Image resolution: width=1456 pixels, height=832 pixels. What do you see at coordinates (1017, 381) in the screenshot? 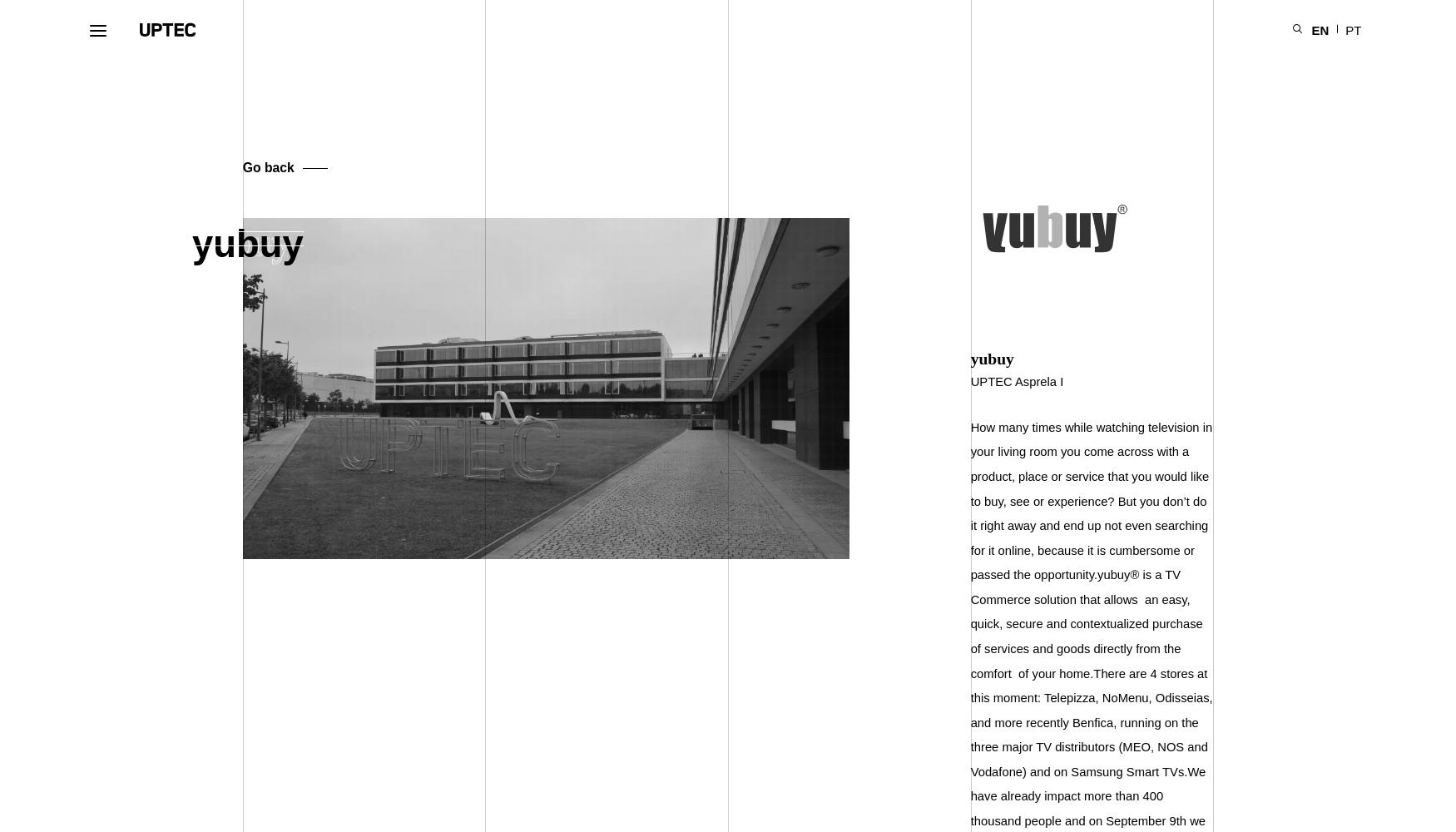
I see `'UPTEC Asprela I'` at bounding box center [1017, 381].